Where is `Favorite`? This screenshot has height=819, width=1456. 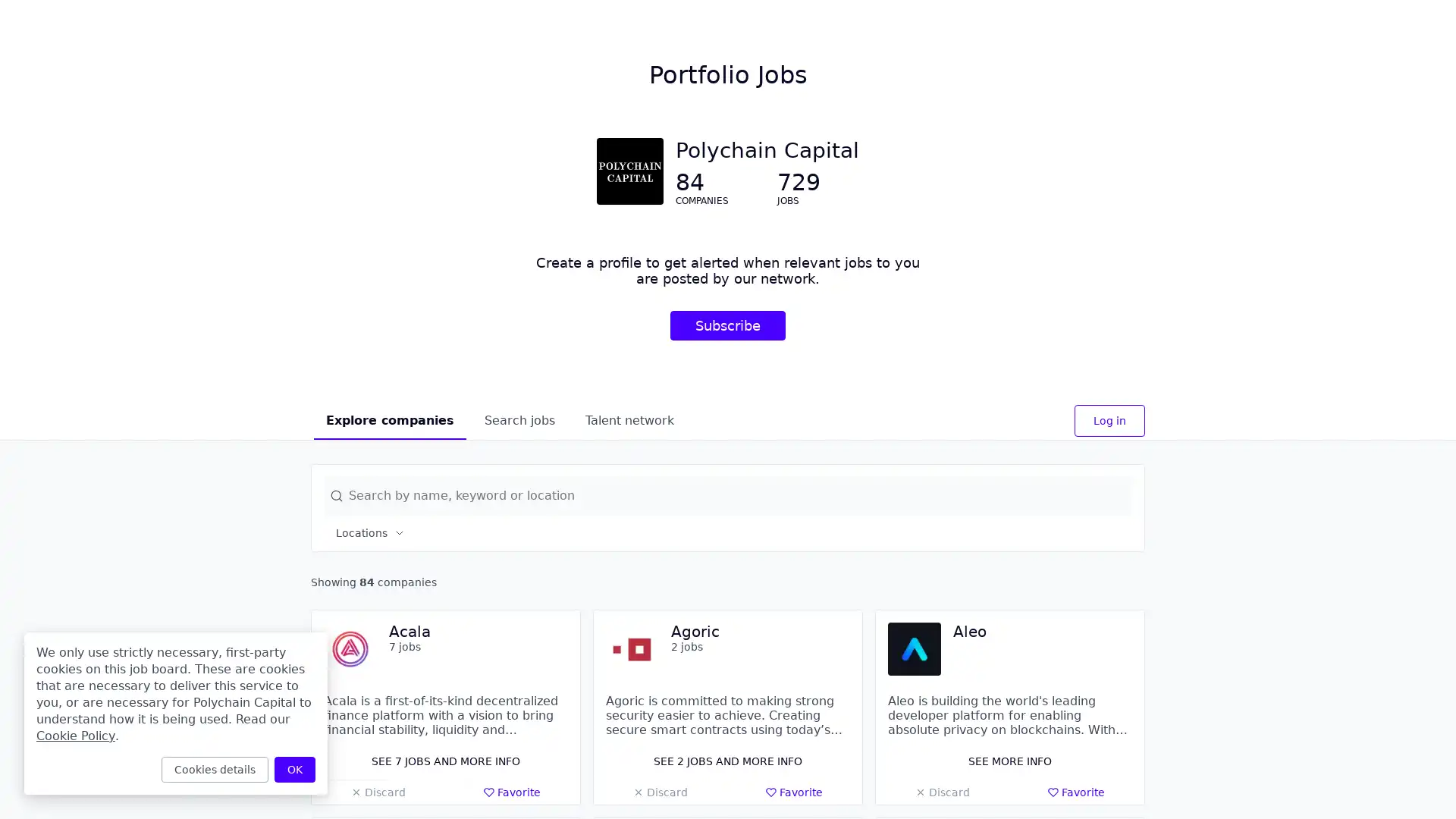
Favorite is located at coordinates (512, 792).